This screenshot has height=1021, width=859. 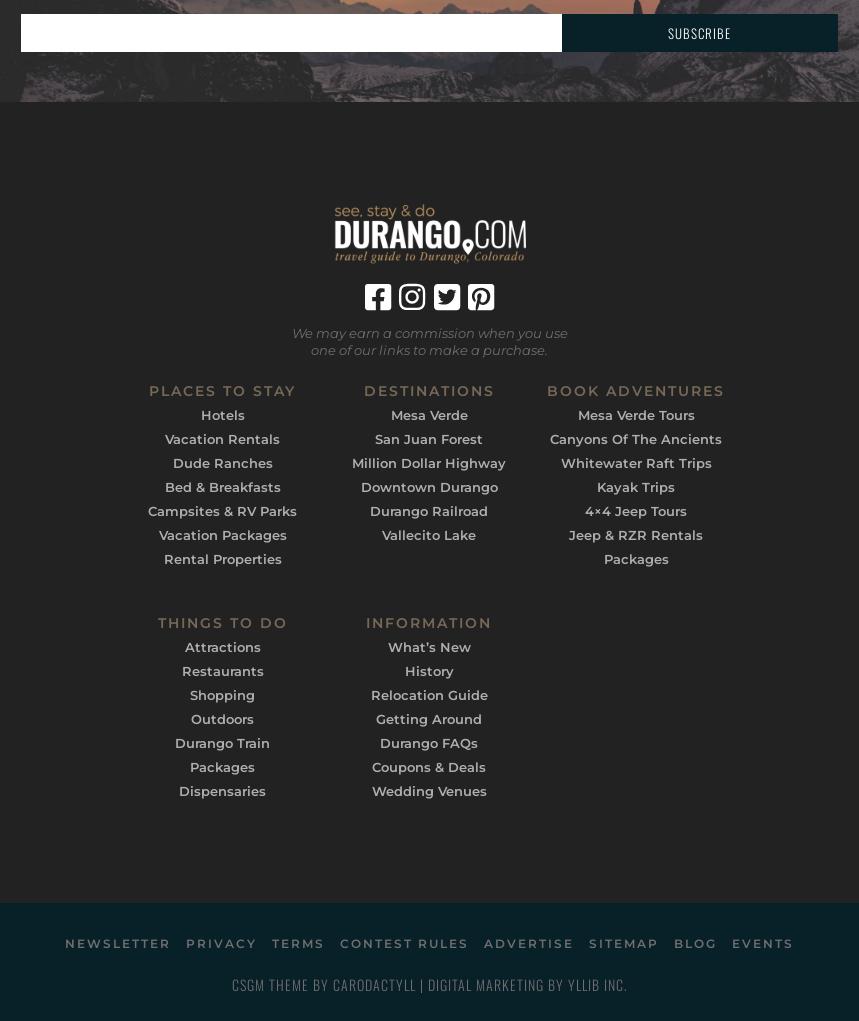 What do you see at coordinates (428, 644) in the screenshot?
I see `'What’s New'` at bounding box center [428, 644].